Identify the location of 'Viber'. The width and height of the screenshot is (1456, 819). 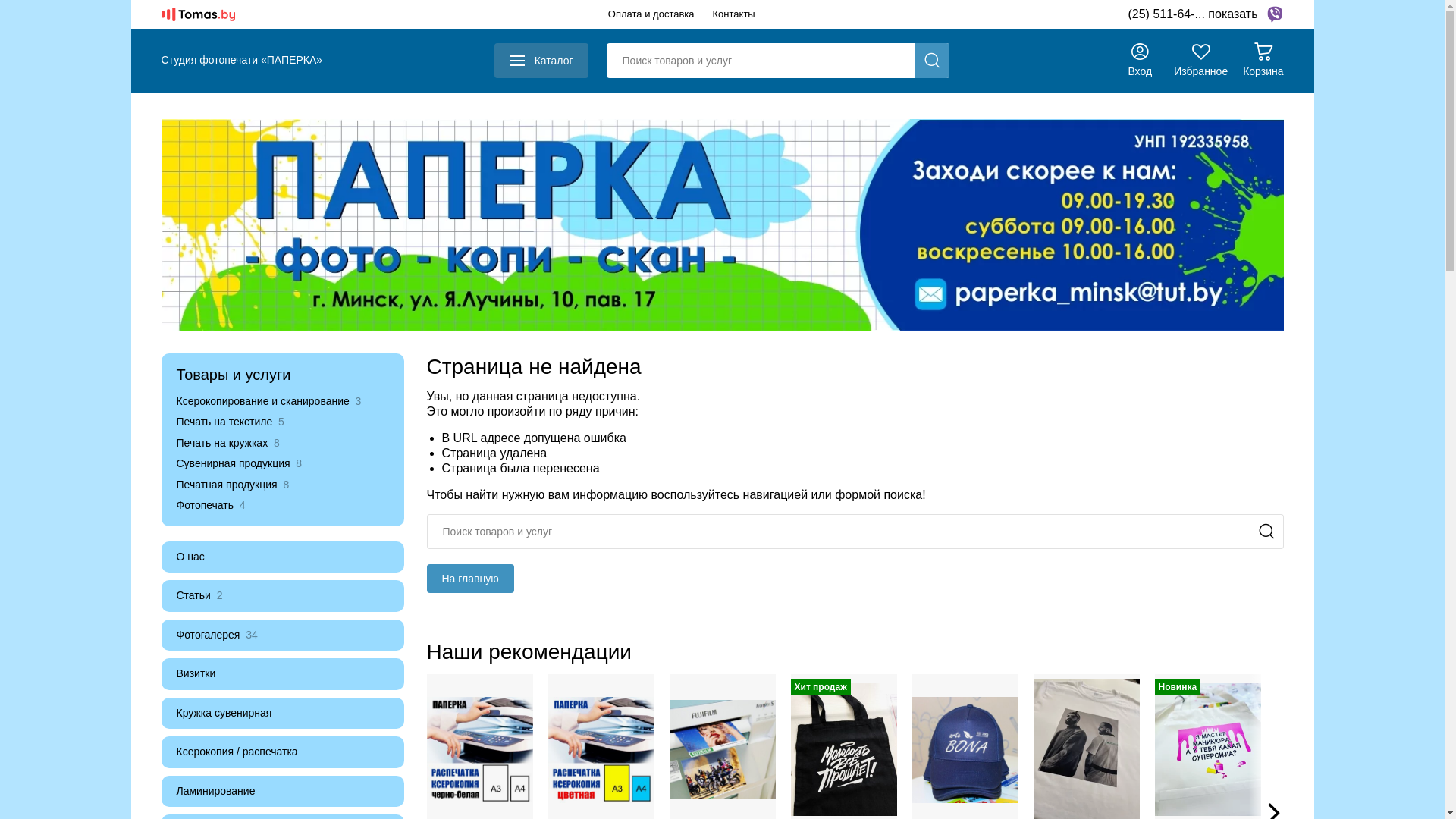
(1274, 14).